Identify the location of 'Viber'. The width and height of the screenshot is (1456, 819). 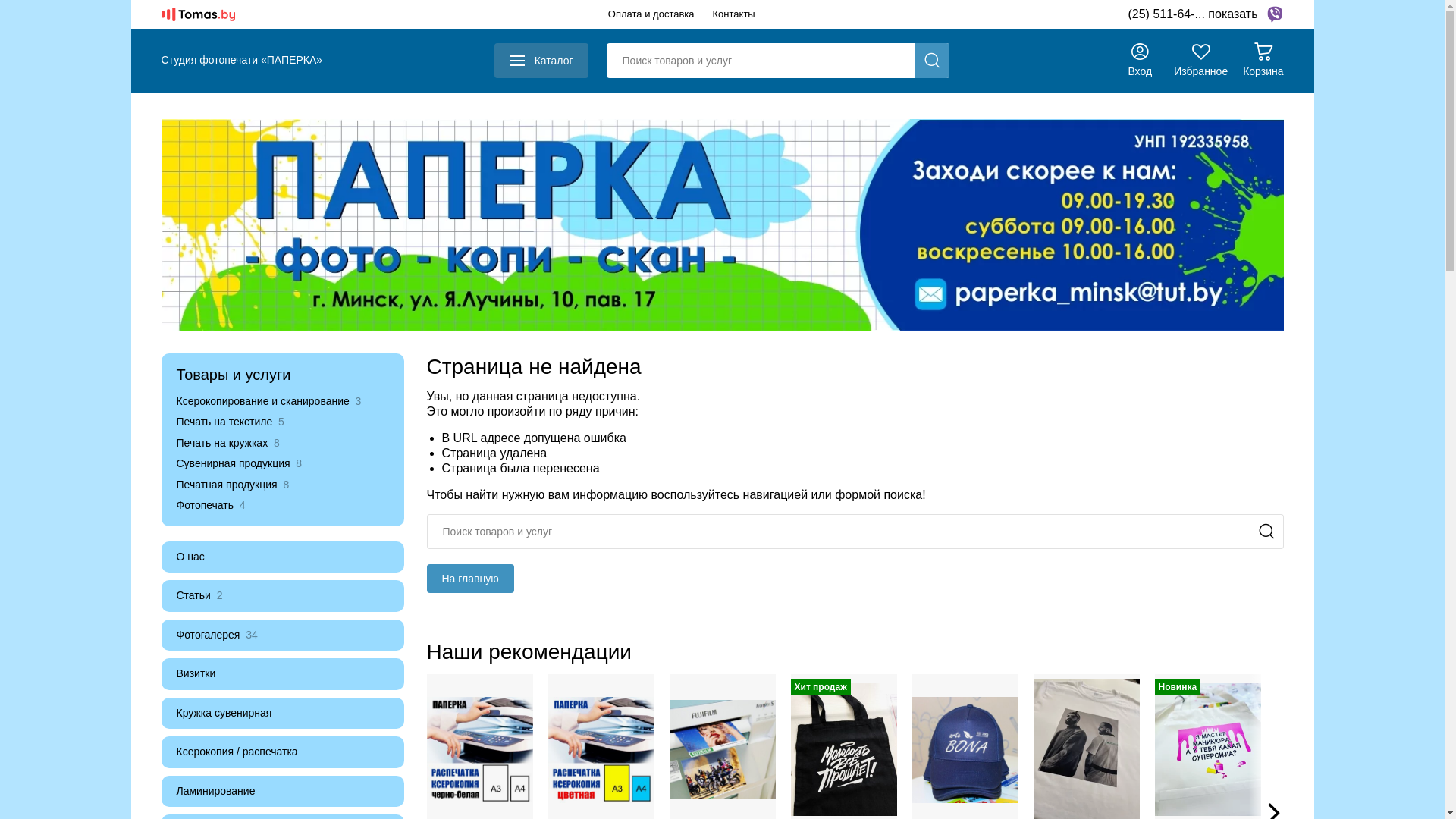
(1274, 14).